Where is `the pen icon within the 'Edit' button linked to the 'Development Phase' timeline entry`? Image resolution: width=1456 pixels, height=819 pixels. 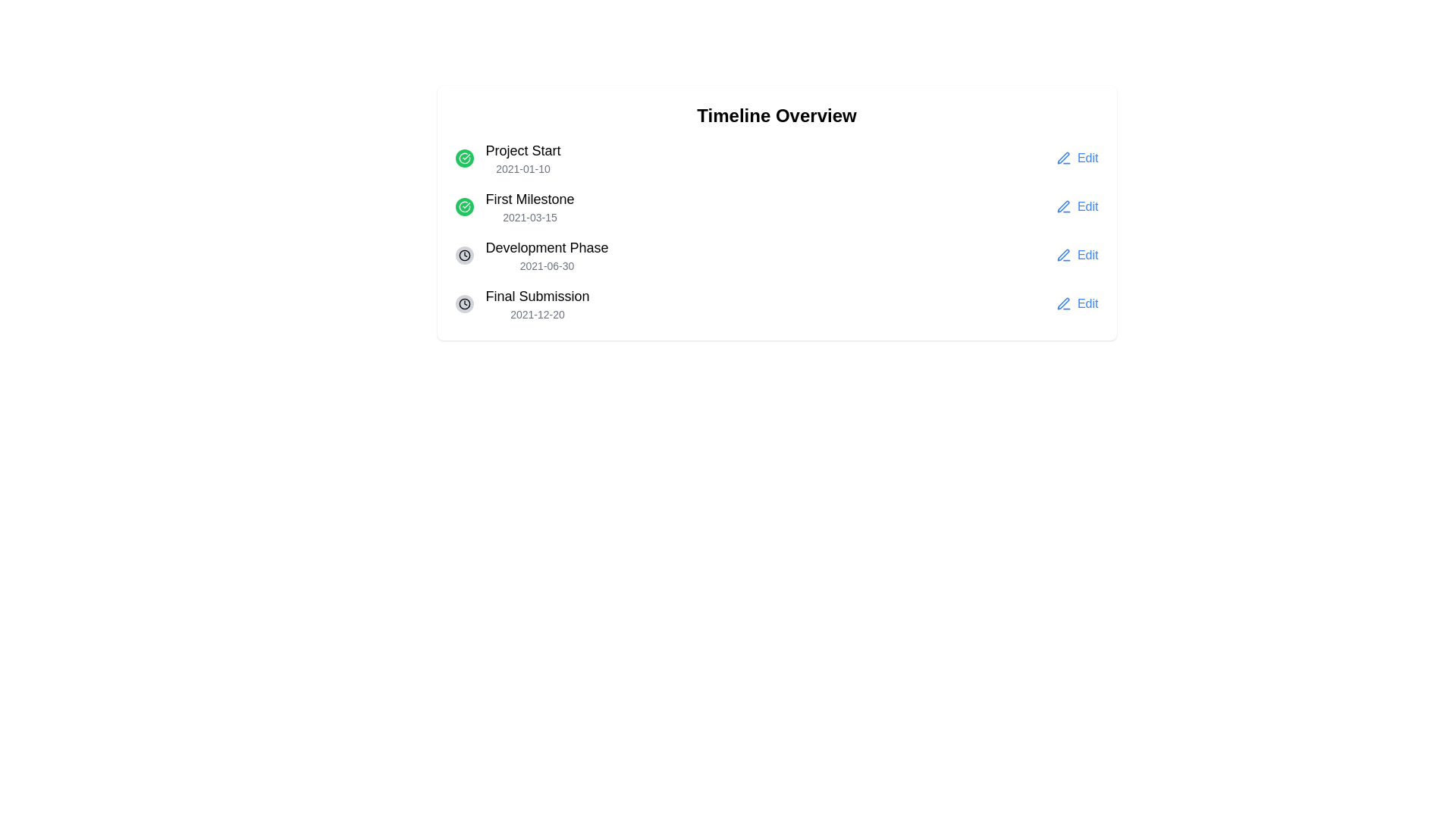
the pen icon within the 'Edit' button linked to the 'Development Phase' timeline entry is located at coordinates (1062, 254).